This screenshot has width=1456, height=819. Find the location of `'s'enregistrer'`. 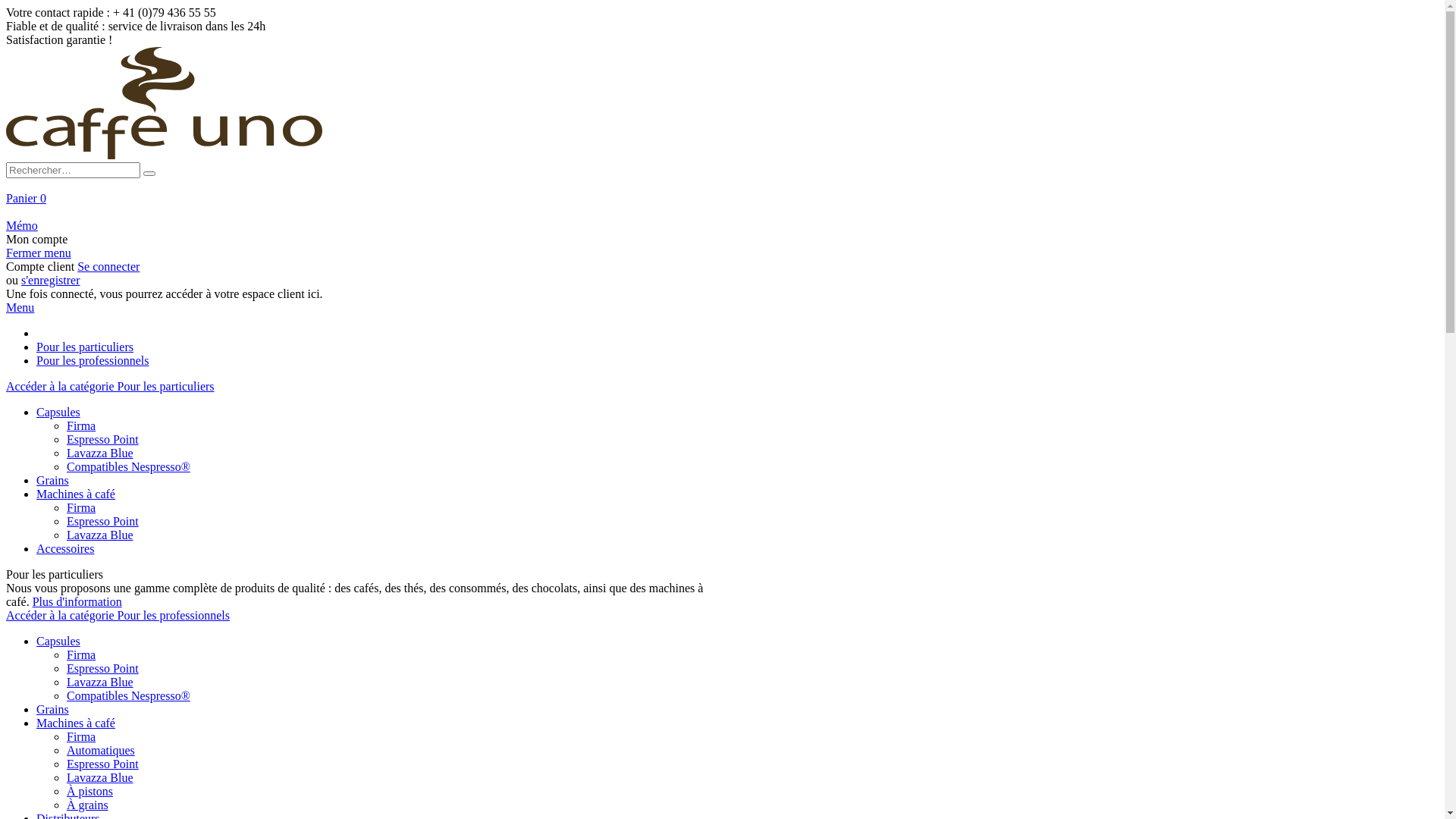

's'enregistrer' is located at coordinates (51, 279).